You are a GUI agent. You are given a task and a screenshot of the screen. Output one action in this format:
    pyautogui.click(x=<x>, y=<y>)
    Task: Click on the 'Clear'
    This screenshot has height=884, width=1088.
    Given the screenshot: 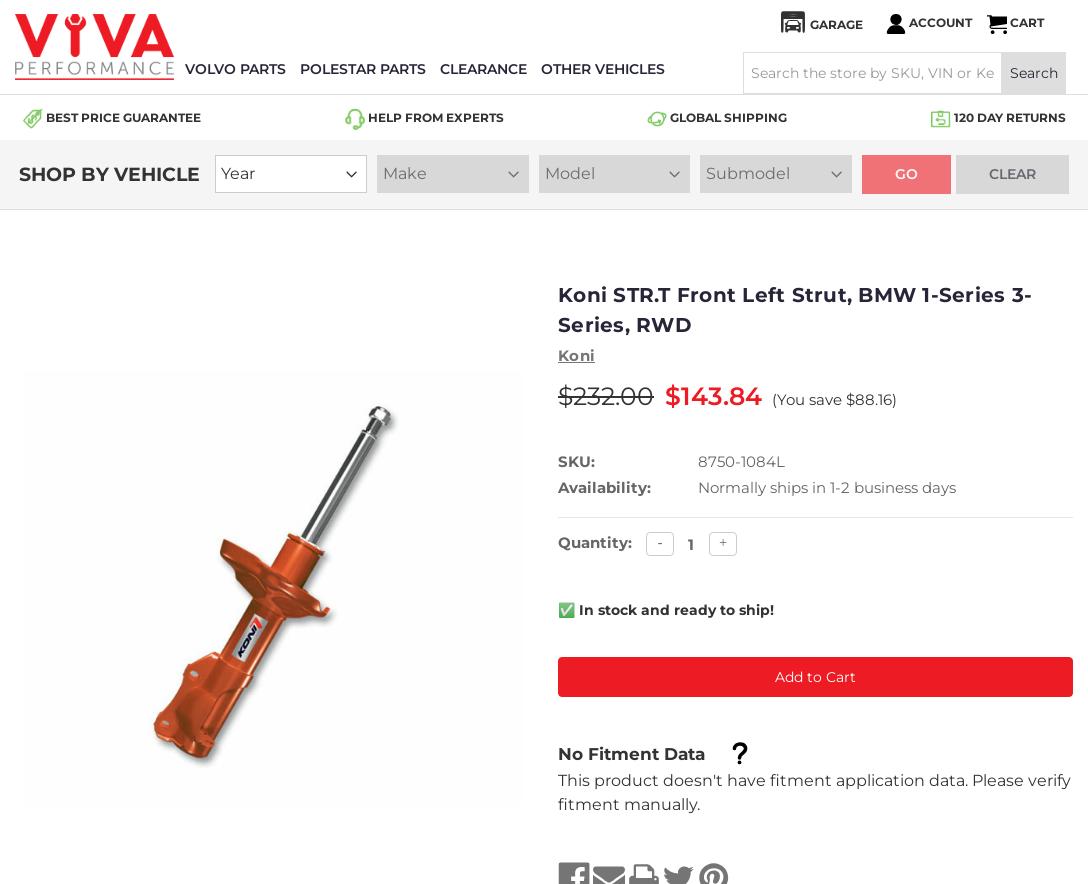 What is the action you would take?
    pyautogui.click(x=1011, y=172)
    